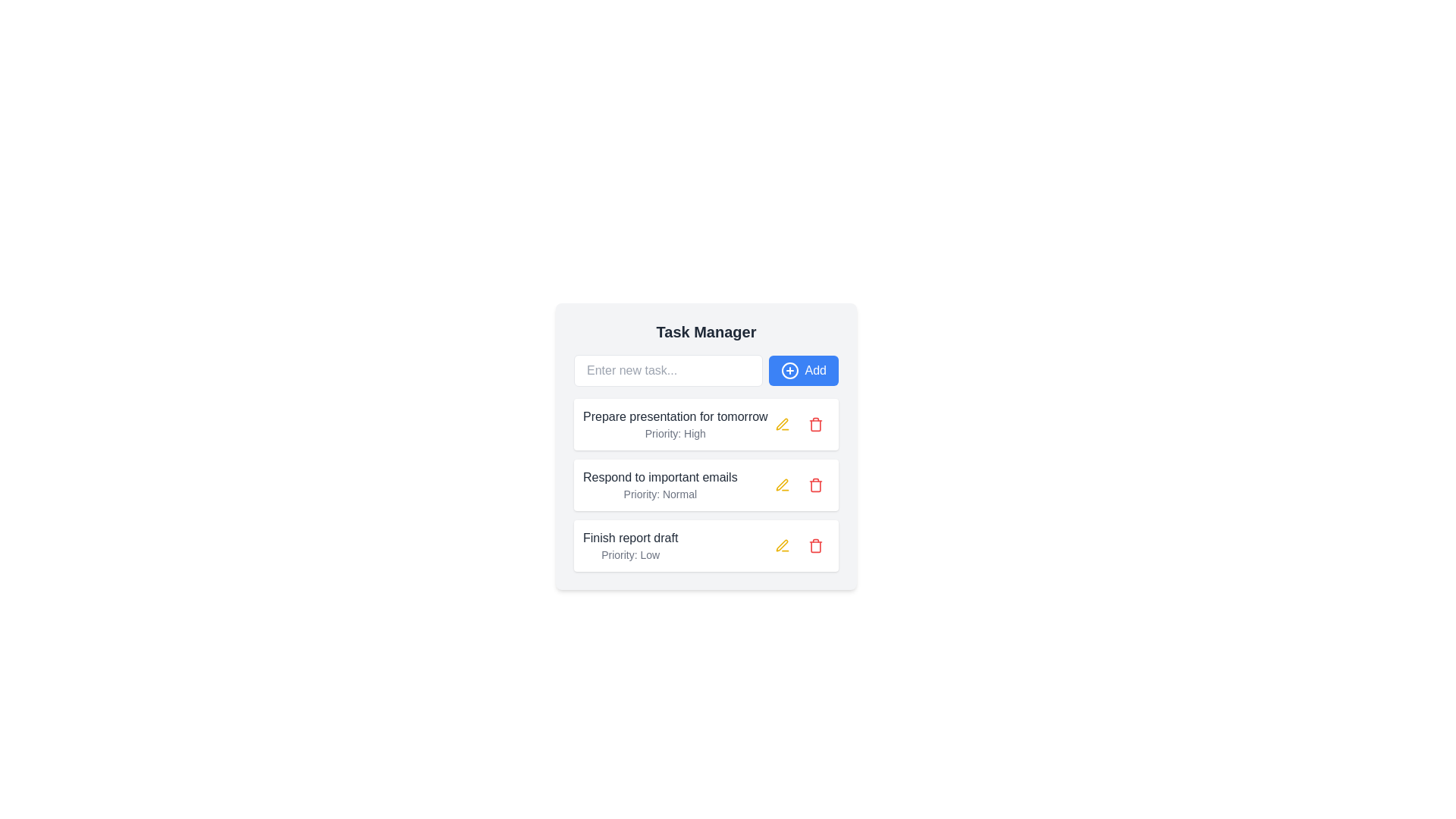 The width and height of the screenshot is (1456, 819). Describe the element at coordinates (674, 433) in the screenshot. I see `the text label displaying 'Priority: High', which is styled with a small gray font and provides secondary information beneath the main task item 'Prepare presentation for tomorrow'` at that location.